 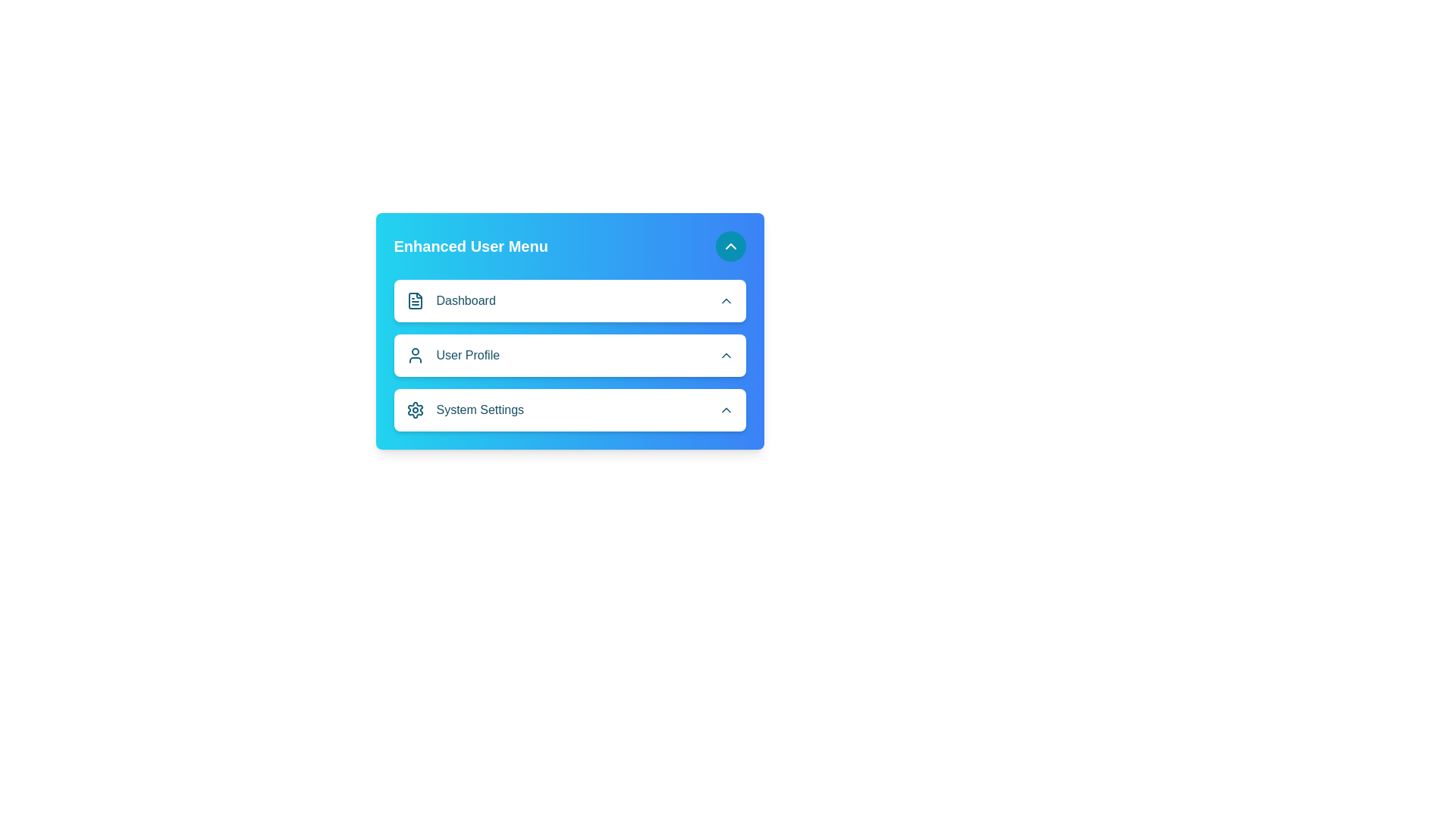 What do you see at coordinates (467, 356) in the screenshot?
I see `text label displaying 'User Profile', which is visually prominent and located within a vertical menu list, positioned between 'Dashboard' and 'System Settings'` at bounding box center [467, 356].